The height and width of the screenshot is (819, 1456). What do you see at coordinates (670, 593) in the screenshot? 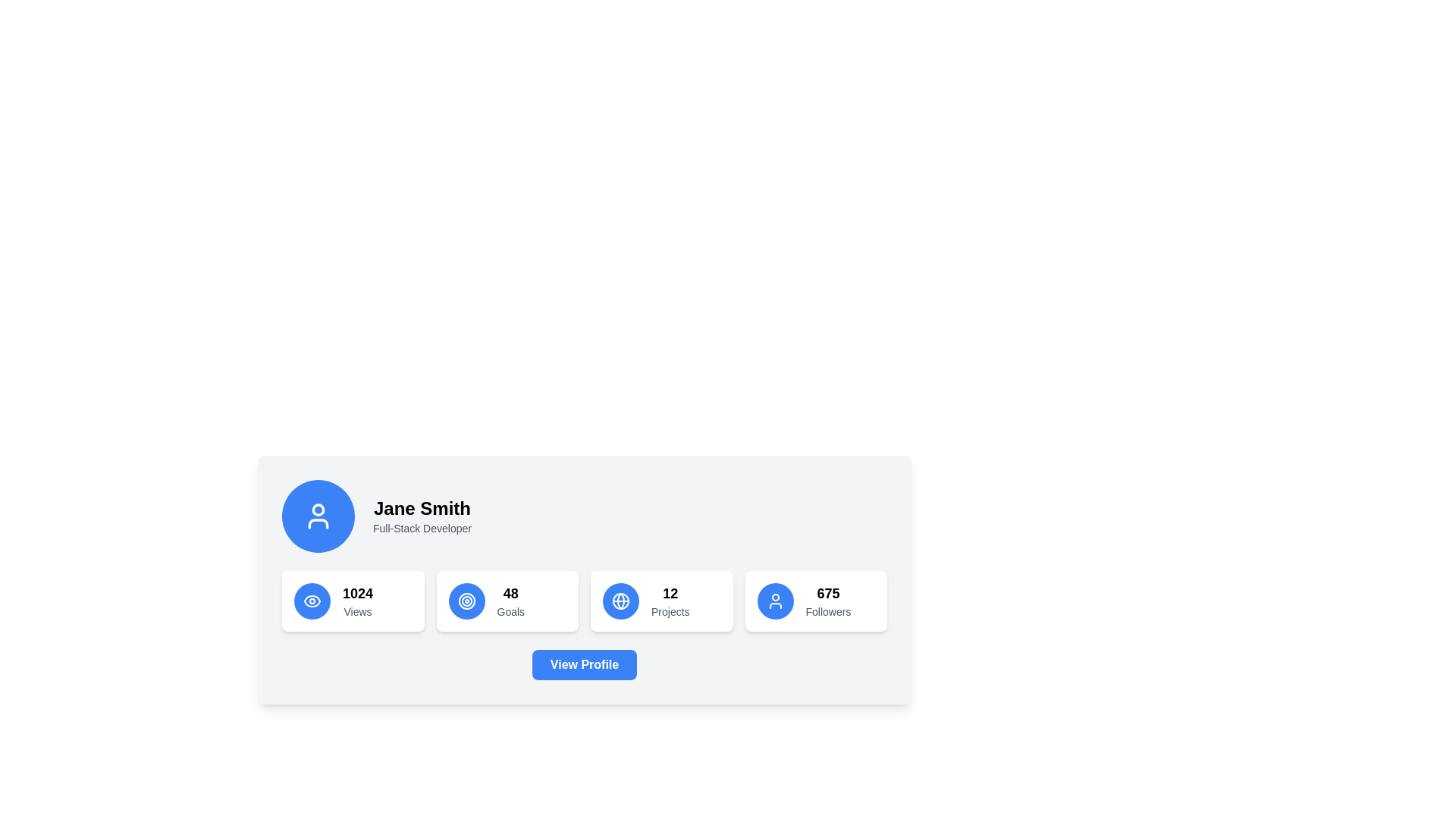
I see `the text display showing the number '12' in a bold font, which is located above the text 'Projects' in the third box from the left` at bounding box center [670, 593].